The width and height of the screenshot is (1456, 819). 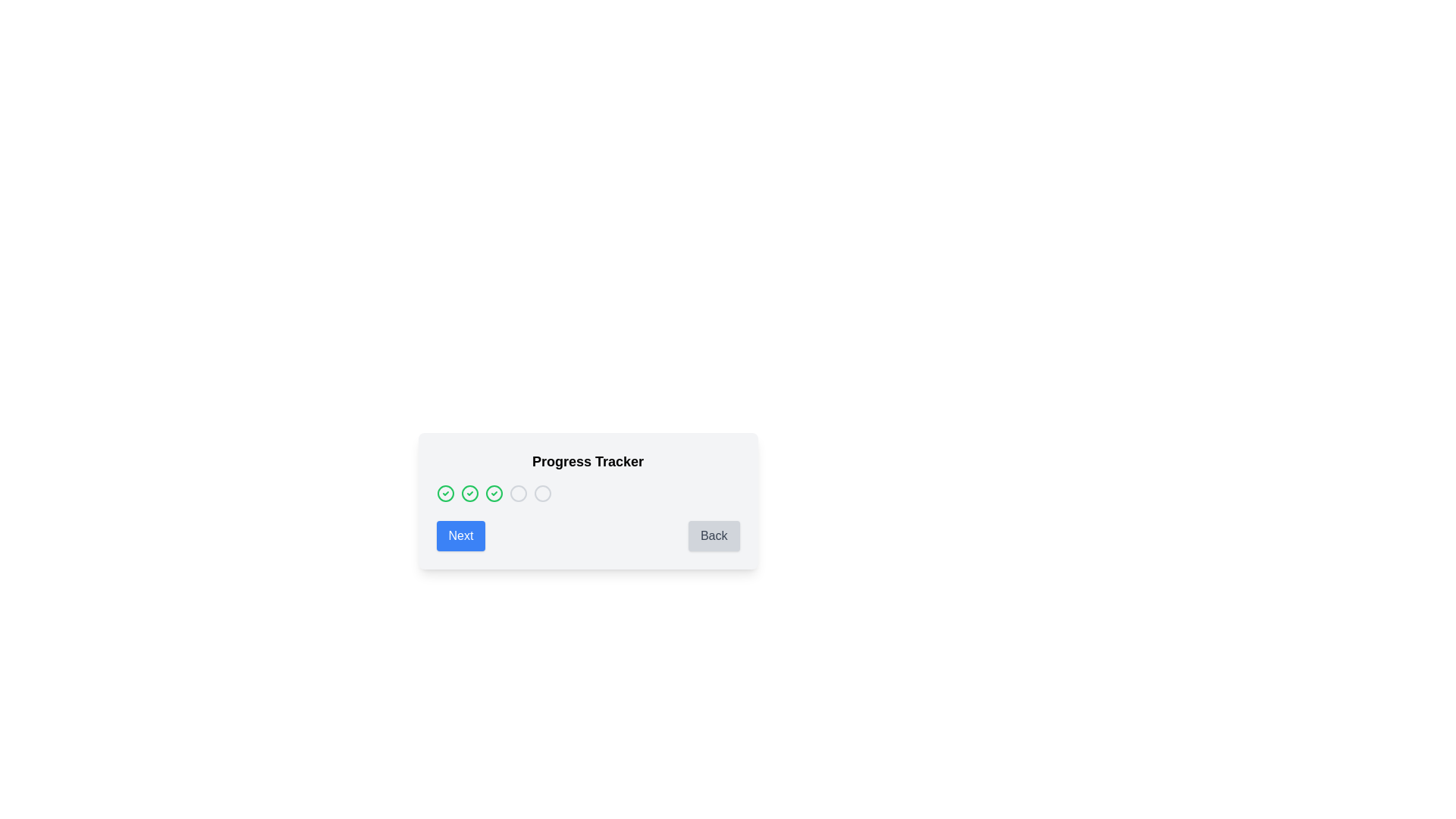 What do you see at coordinates (444, 494) in the screenshot?
I see `the state of the first progress status indicator icon in the horizontal sequence of similar icons` at bounding box center [444, 494].